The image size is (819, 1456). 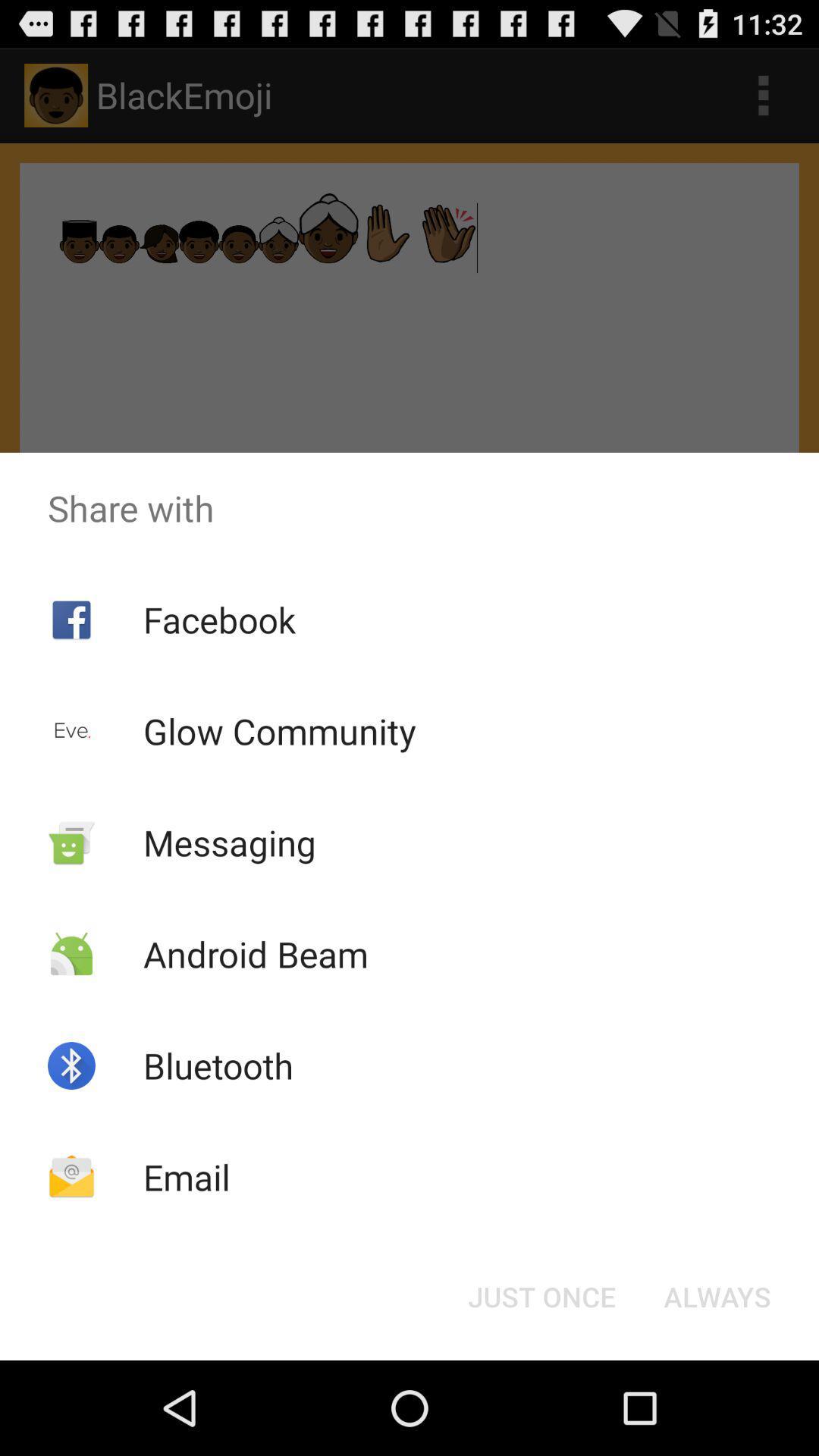 What do you see at coordinates (219, 620) in the screenshot?
I see `item below the share with app` at bounding box center [219, 620].